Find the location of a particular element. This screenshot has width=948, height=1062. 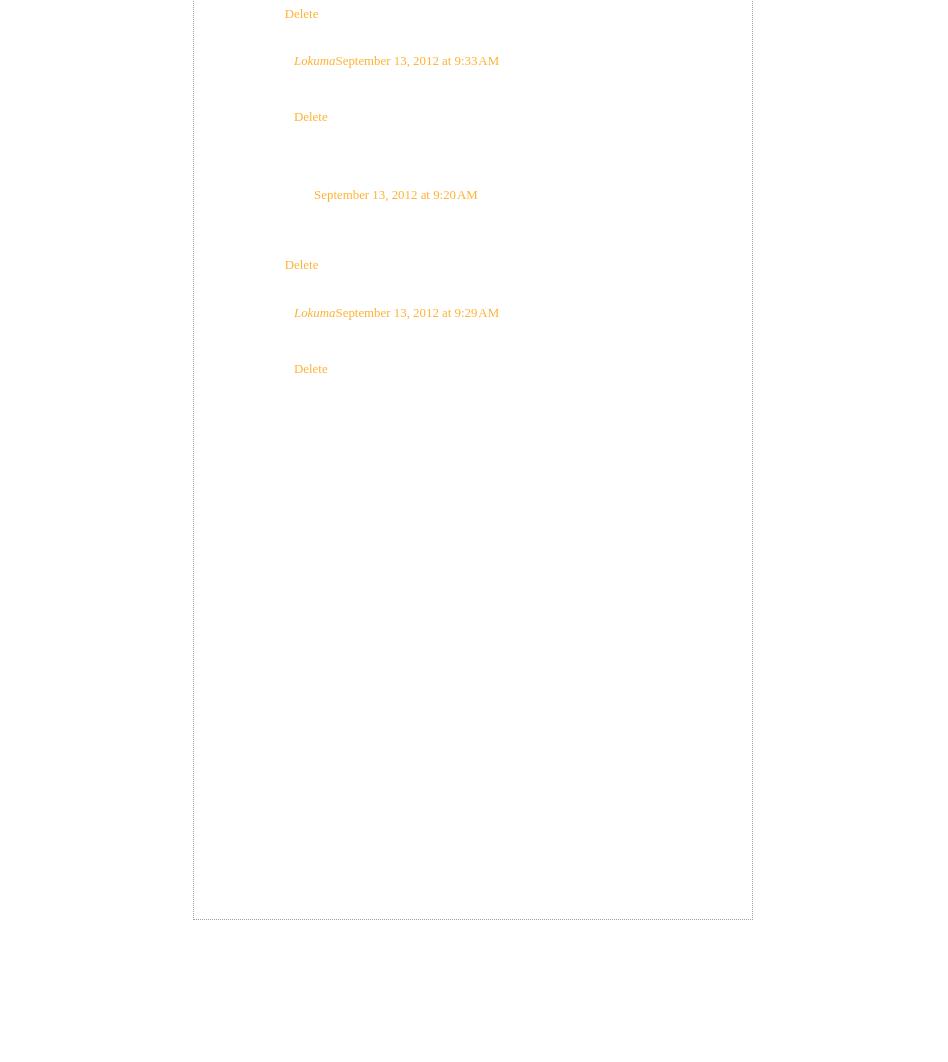

'Thanks for the suggestion, PatF. Please let us know if you try this.' is located at coordinates (463, 88).